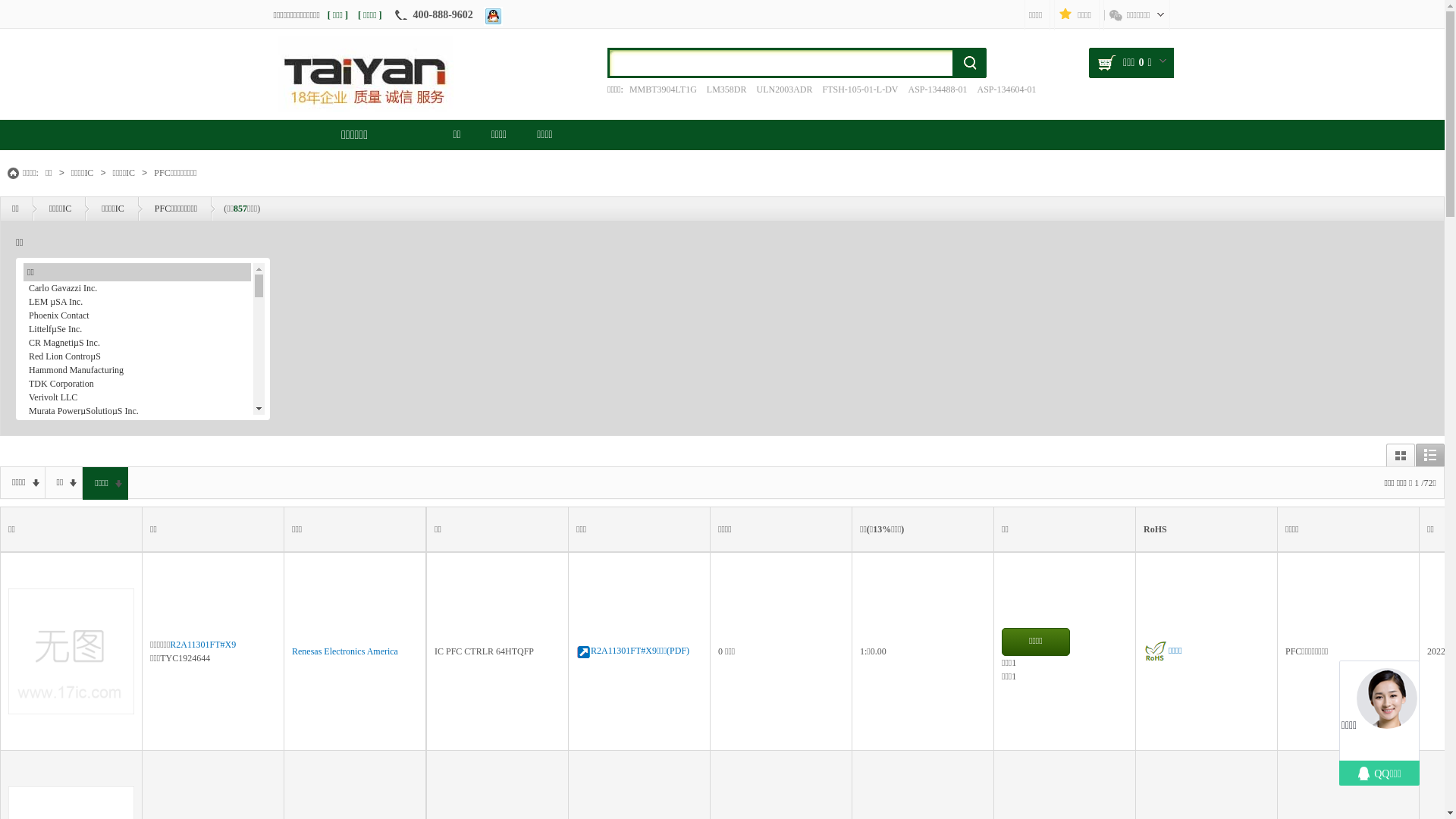 The height and width of the screenshot is (819, 1456). I want to click on 'ASP-134604-01', so click(1007, 89).